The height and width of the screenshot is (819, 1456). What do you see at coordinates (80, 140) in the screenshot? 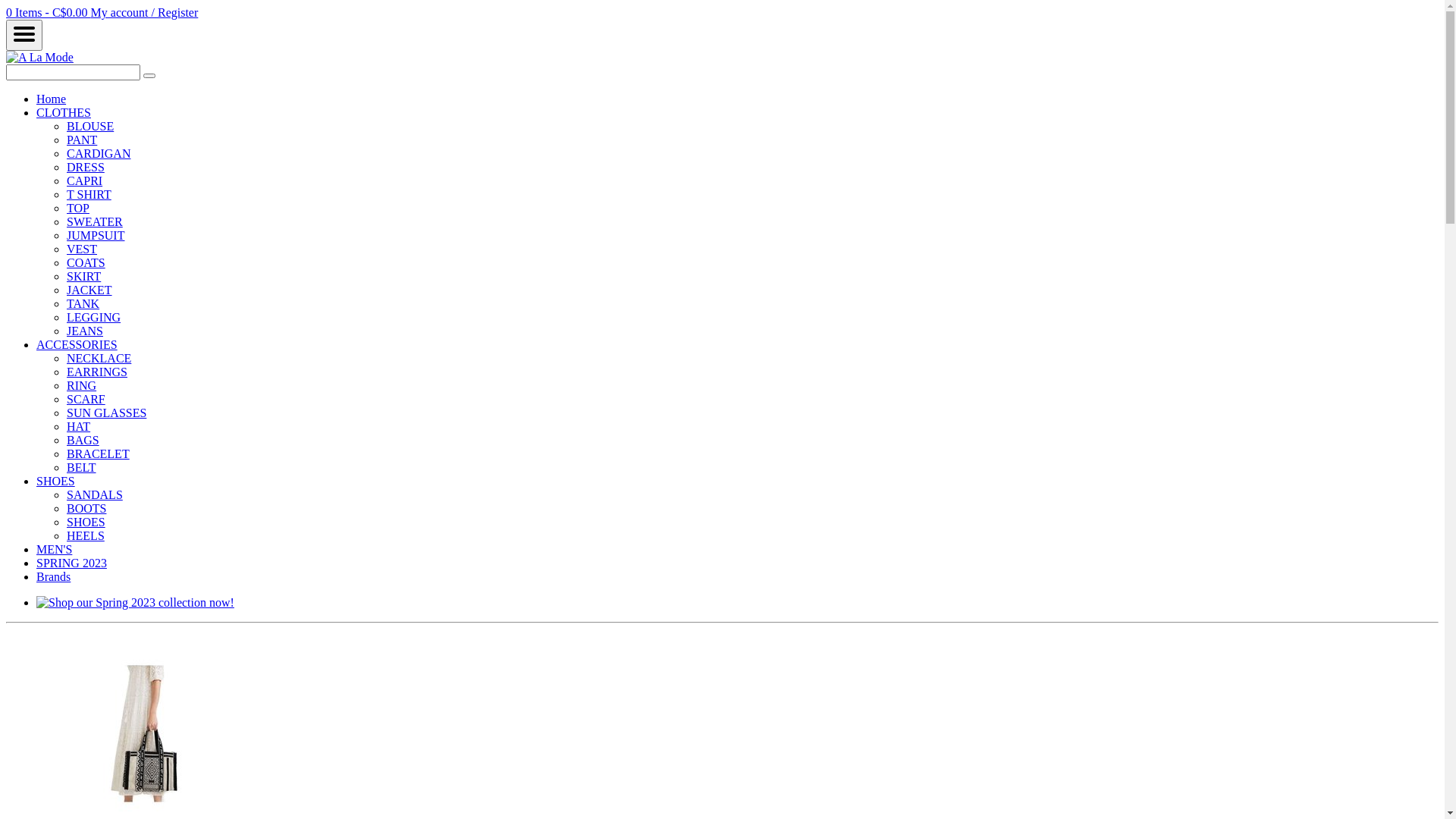
I see `'PANT'` at bounding box center [80, 140].